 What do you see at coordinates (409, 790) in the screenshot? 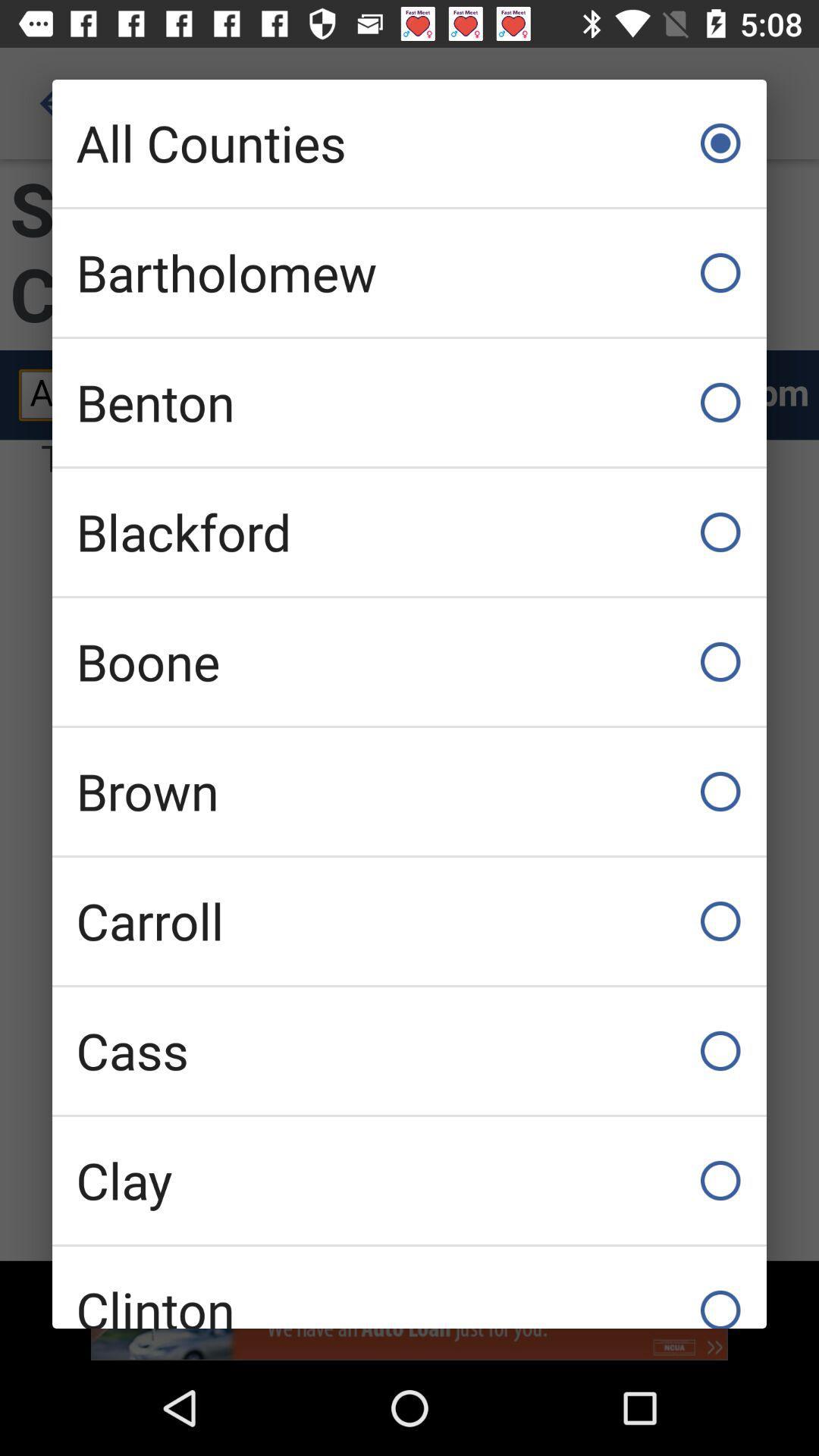
I see `item above the carroll icon` at bounding box center [409, 790].